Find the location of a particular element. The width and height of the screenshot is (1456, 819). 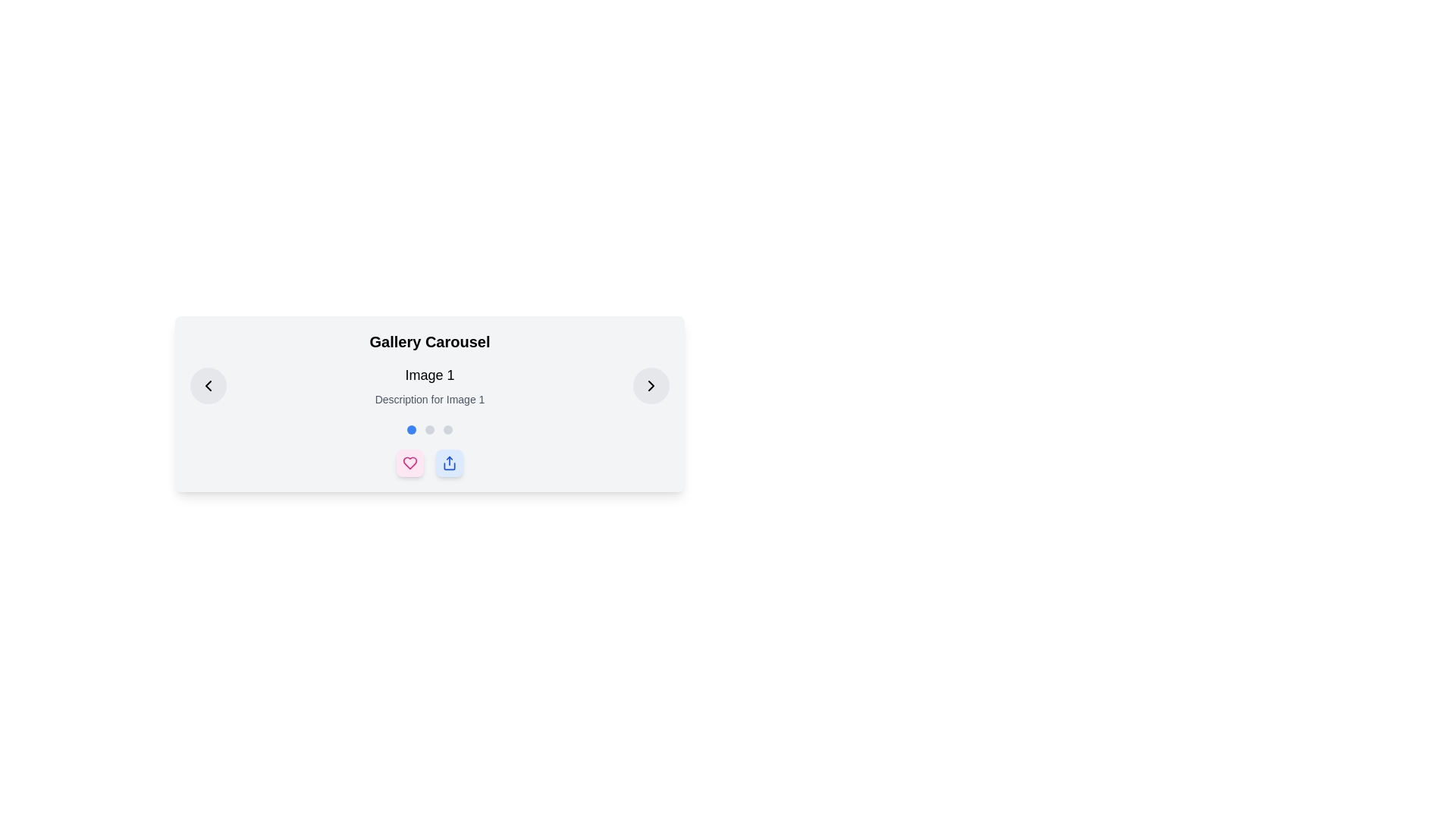

the leftmost circular navigation indicator located in the lower middle area of the card is located at coordinates (411, 430).